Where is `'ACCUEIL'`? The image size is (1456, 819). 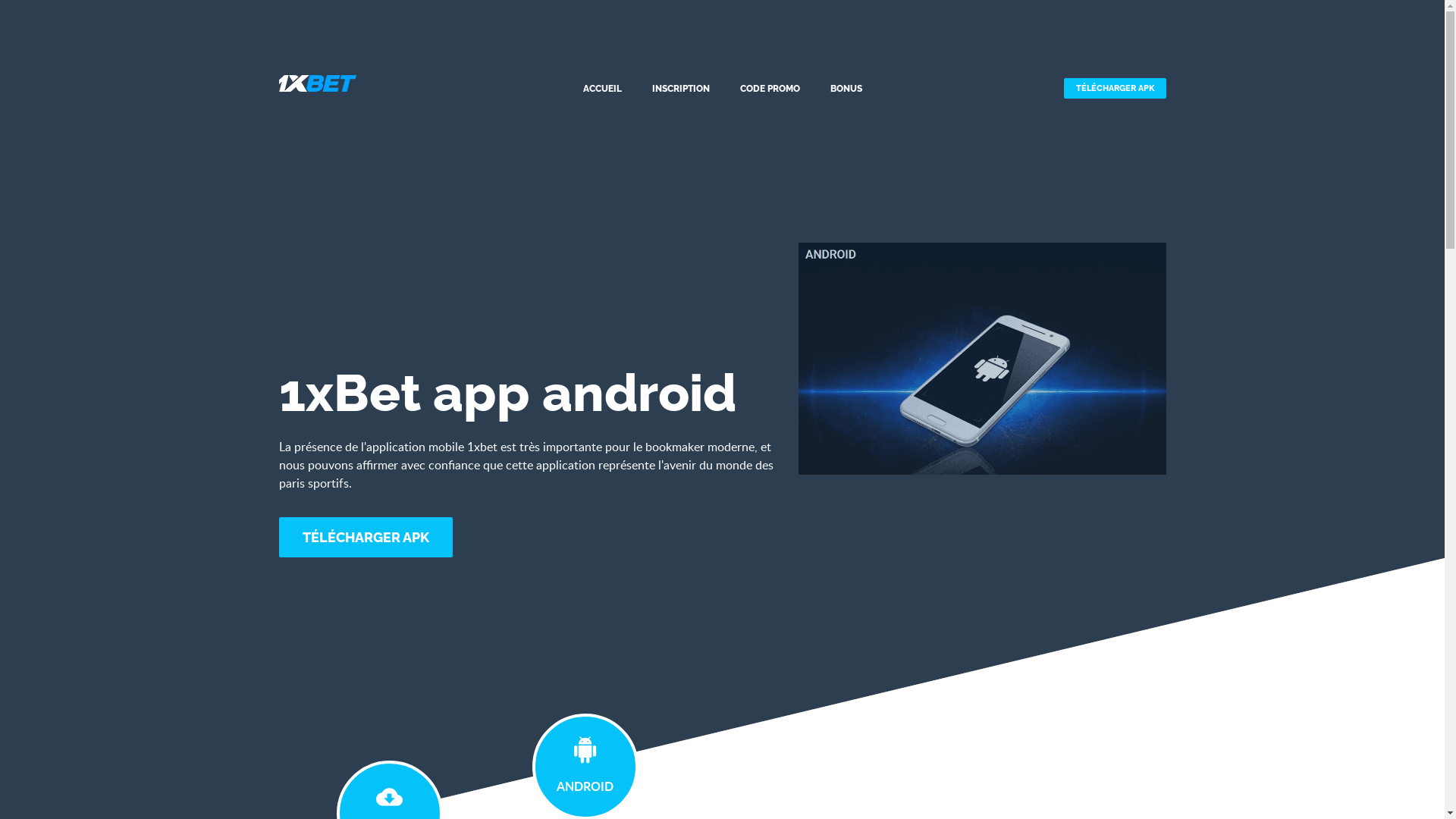 'ACCUEIL' is located at coordinates (601, 88).